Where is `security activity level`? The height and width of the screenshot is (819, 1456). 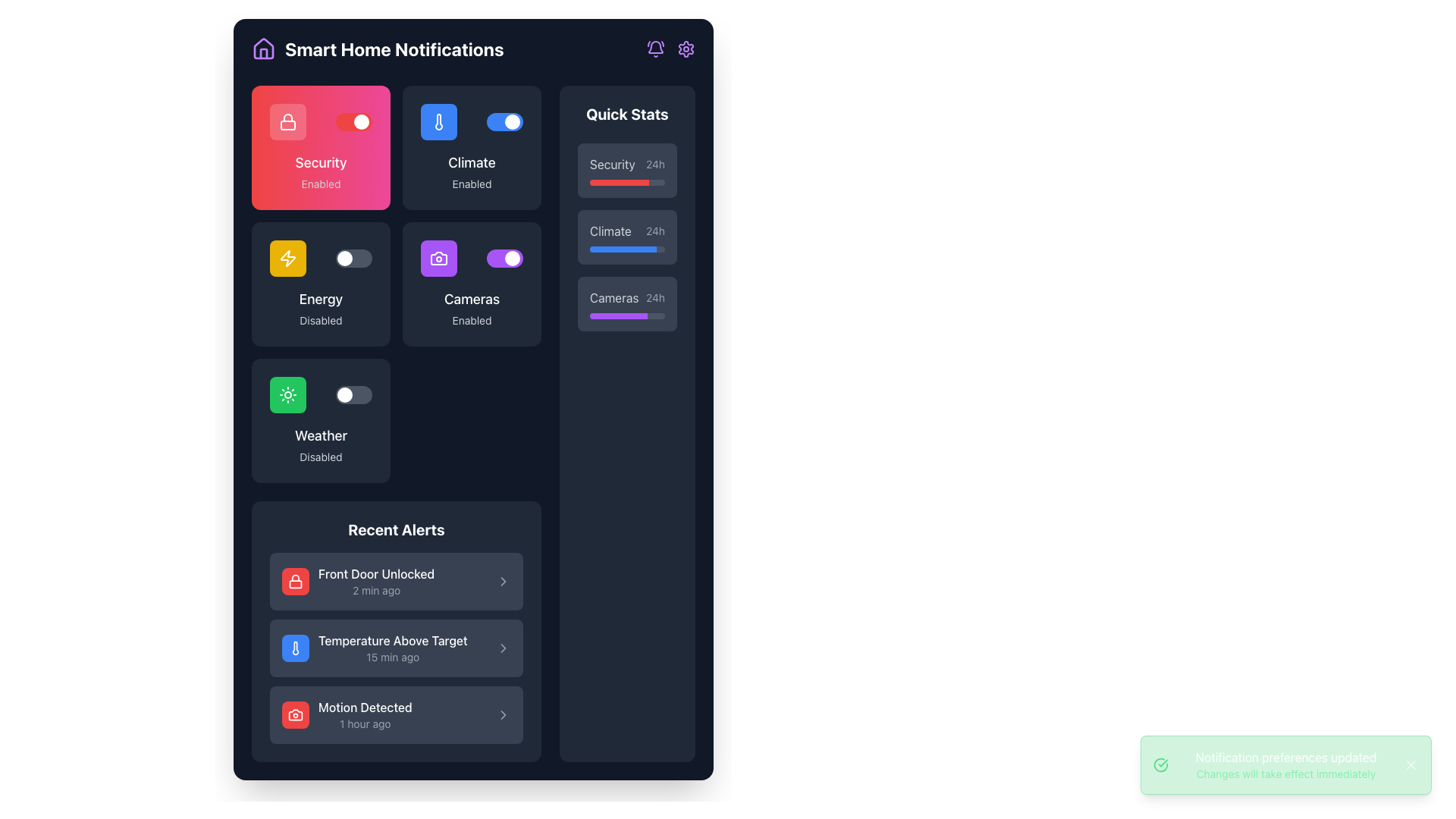 security activity level is located at coordinates (635, 181).